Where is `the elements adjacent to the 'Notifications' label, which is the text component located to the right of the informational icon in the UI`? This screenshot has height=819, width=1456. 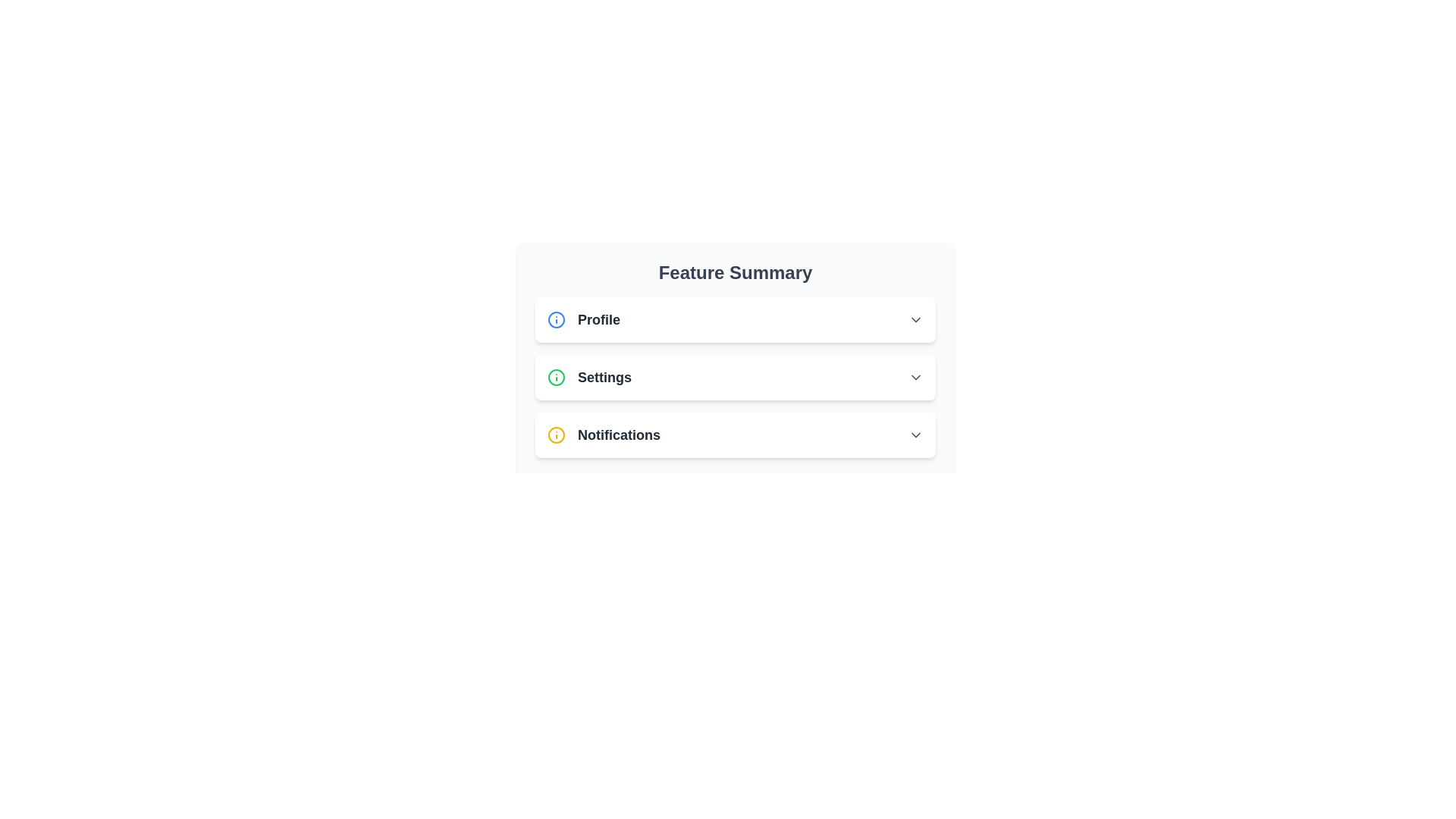
the elements adjacent to the 'Notifications' label, which is the text component located to the right of the informational icon in the UI is located at coordinates (619, 435).